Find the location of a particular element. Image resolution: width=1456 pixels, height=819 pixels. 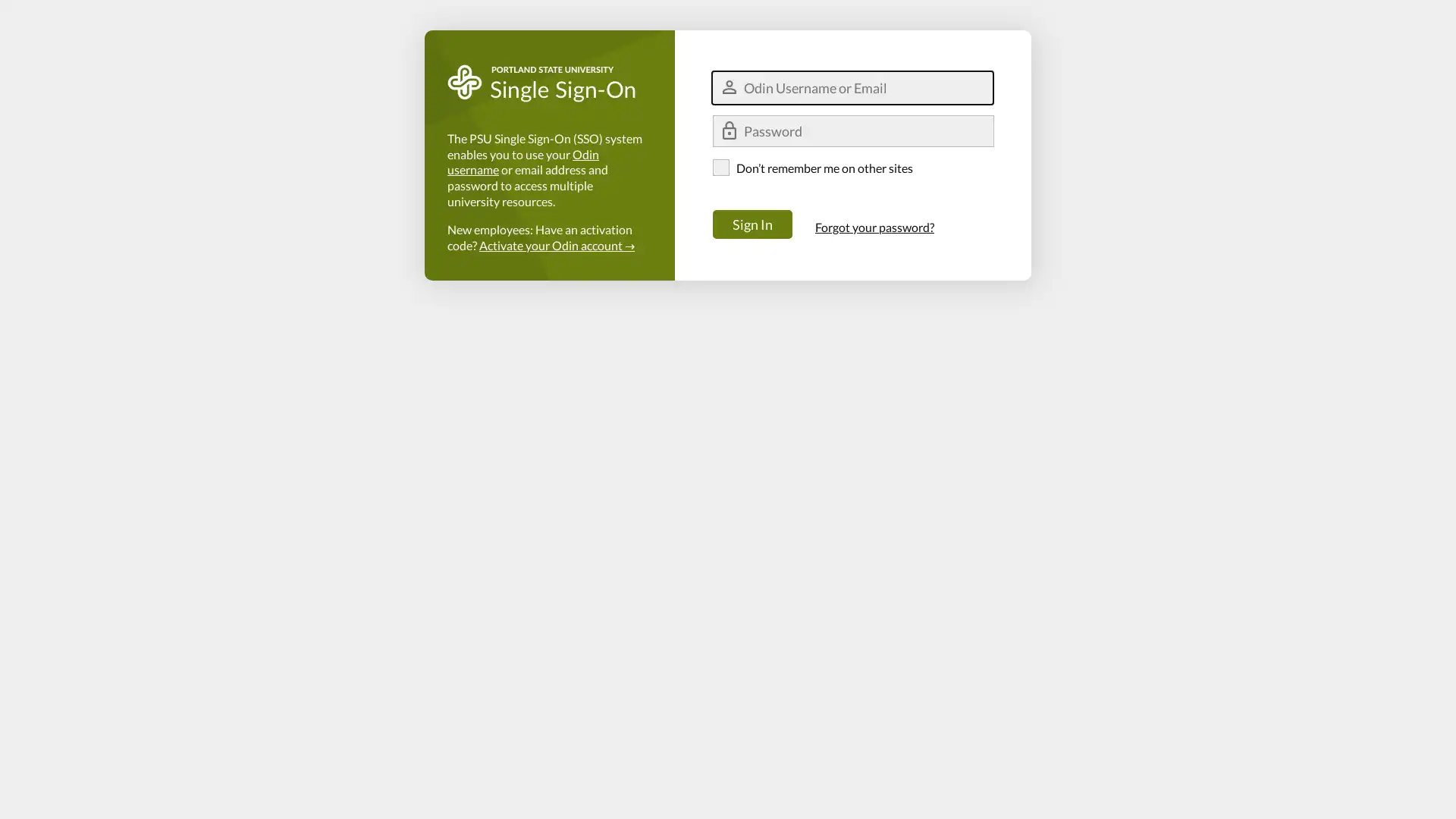

Sign In is located at coordinates (752, 224).